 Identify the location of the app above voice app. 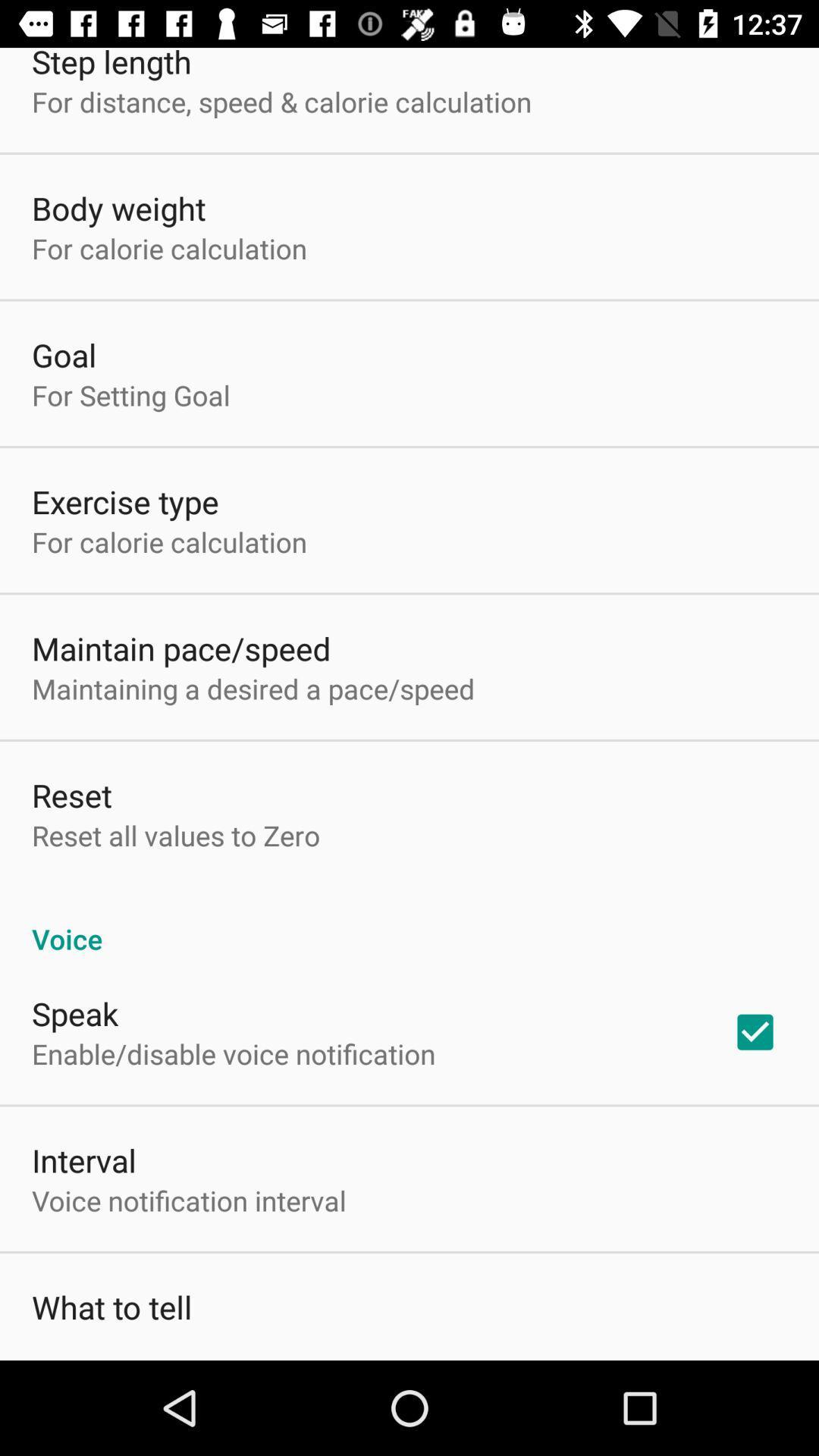
(175, 834).